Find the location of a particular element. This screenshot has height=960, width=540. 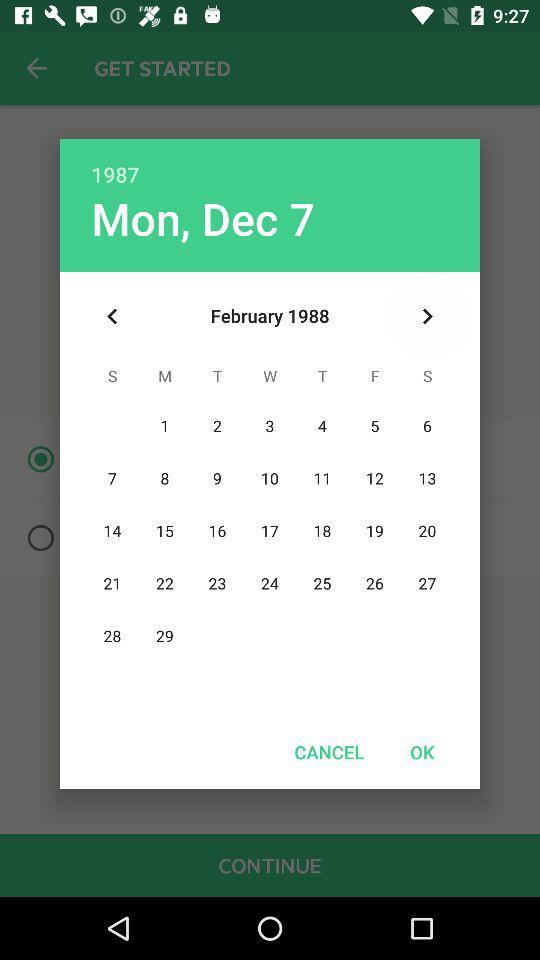

1987 is located at coordinates (270, 162).